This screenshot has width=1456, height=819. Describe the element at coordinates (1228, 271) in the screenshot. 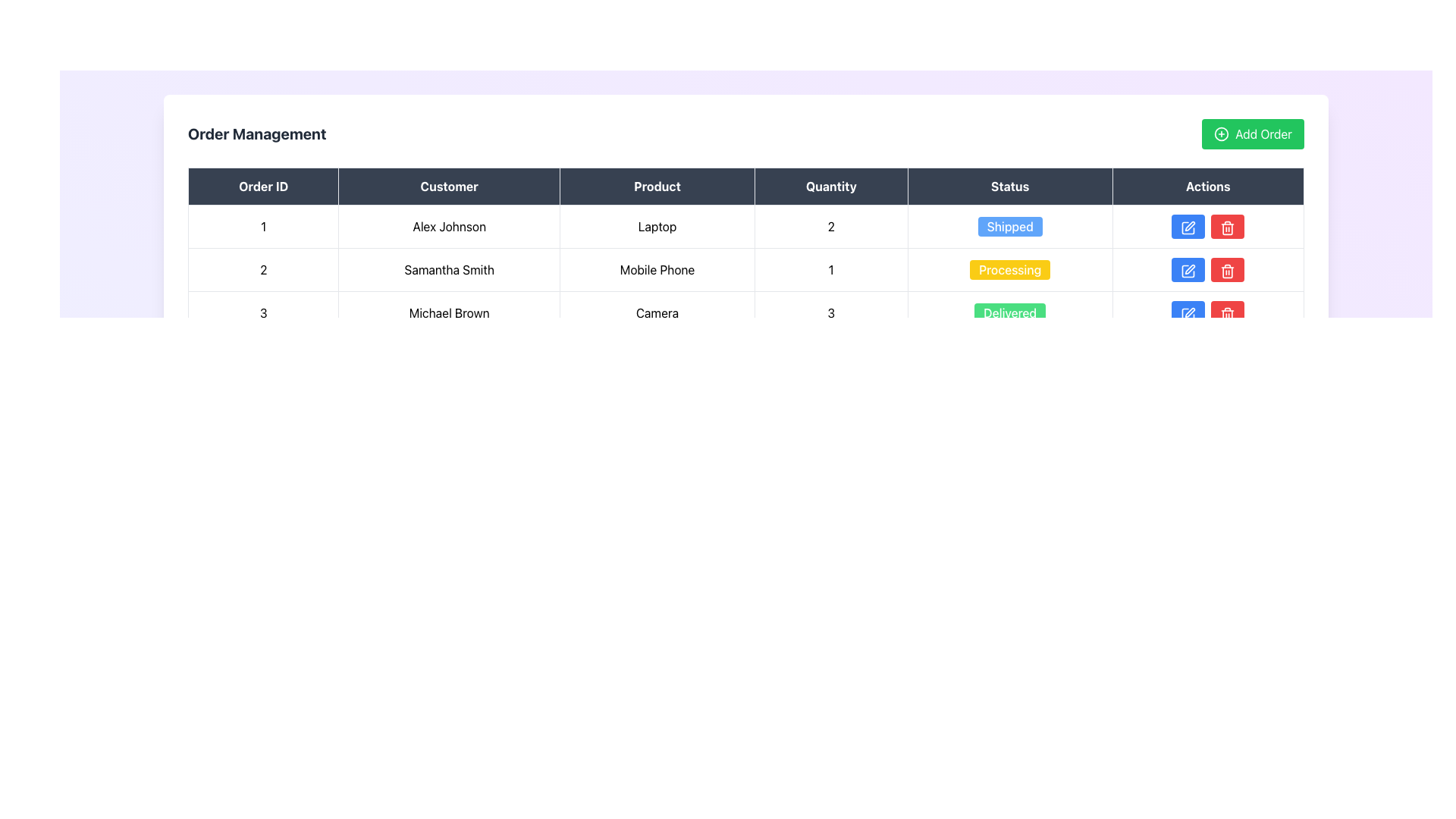

I see `the main part of the trash can icon in the 'Actions' column of the third row for Michael Brown's Camera purchase` at that location.